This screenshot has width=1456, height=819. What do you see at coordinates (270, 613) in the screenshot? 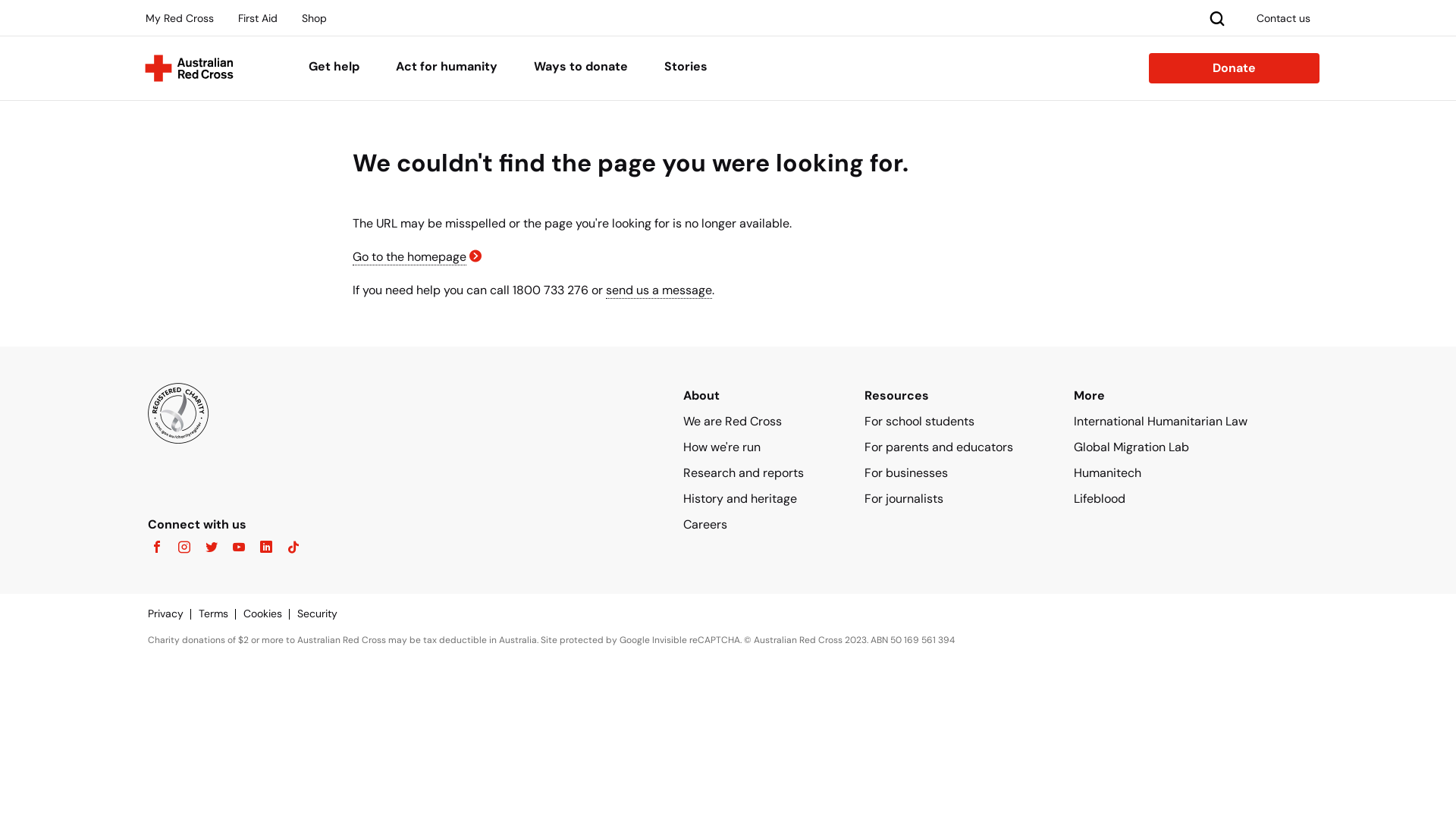
I see `'Cookies'` at bounding box center [270, 613].